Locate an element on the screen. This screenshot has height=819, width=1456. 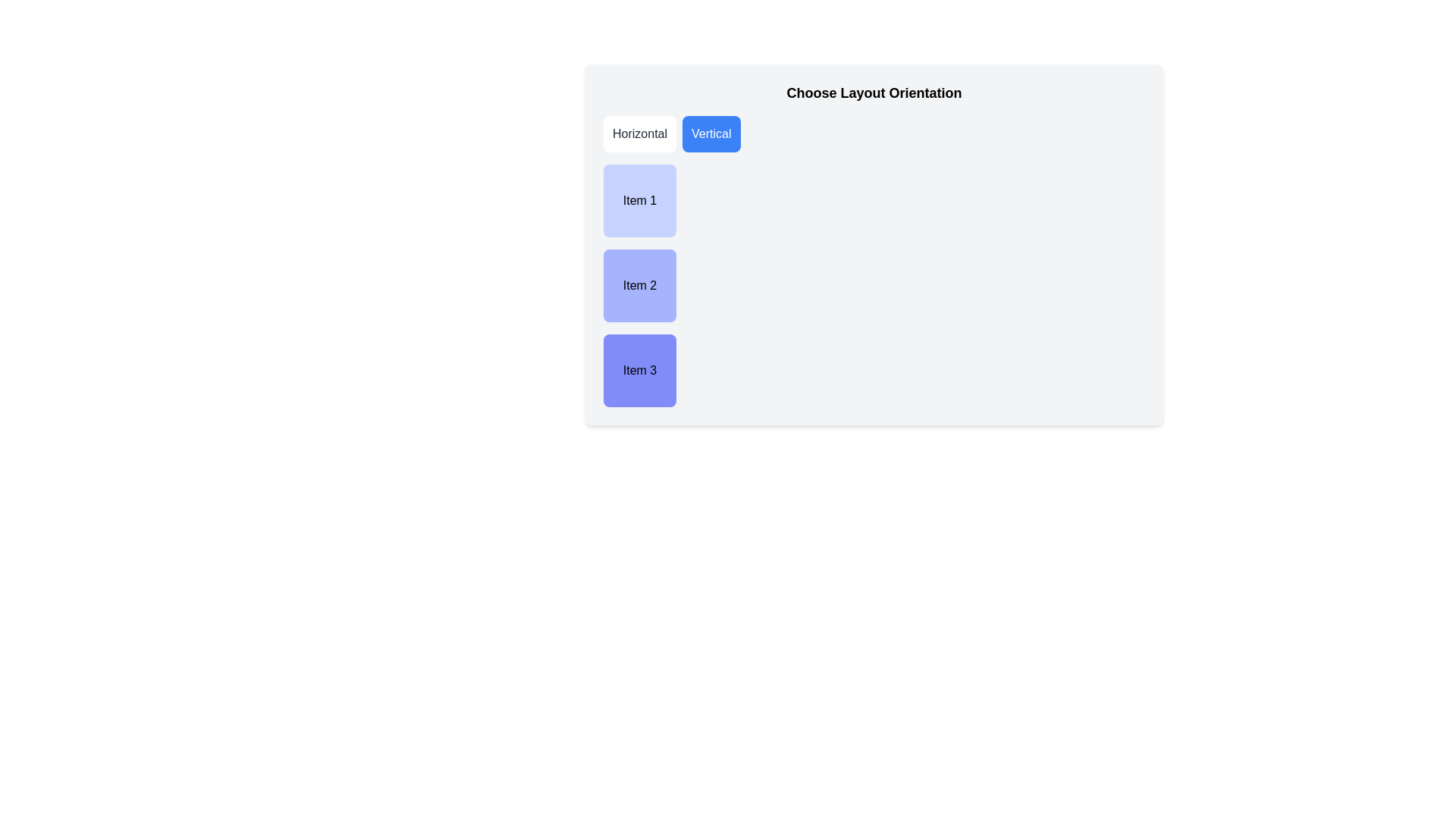
the square-shaped button labeled 'Item 1' with a light indigo background and rounded rectangular border, located below the 'Horizontal' and 'Vertical' buttons is located at coordinates (640, 200).